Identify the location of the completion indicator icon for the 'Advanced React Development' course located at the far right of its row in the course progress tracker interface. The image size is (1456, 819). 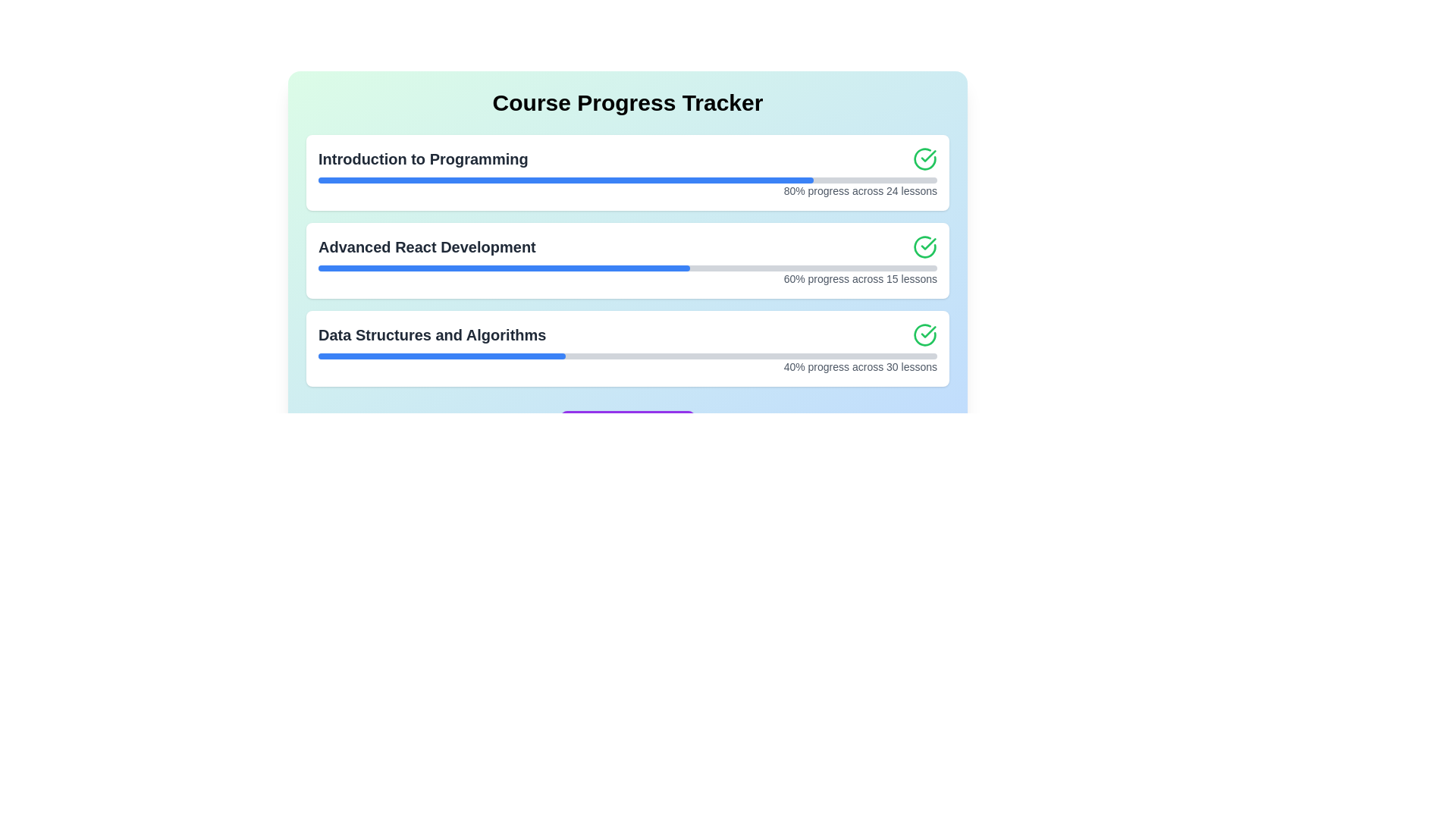
(924, 246).